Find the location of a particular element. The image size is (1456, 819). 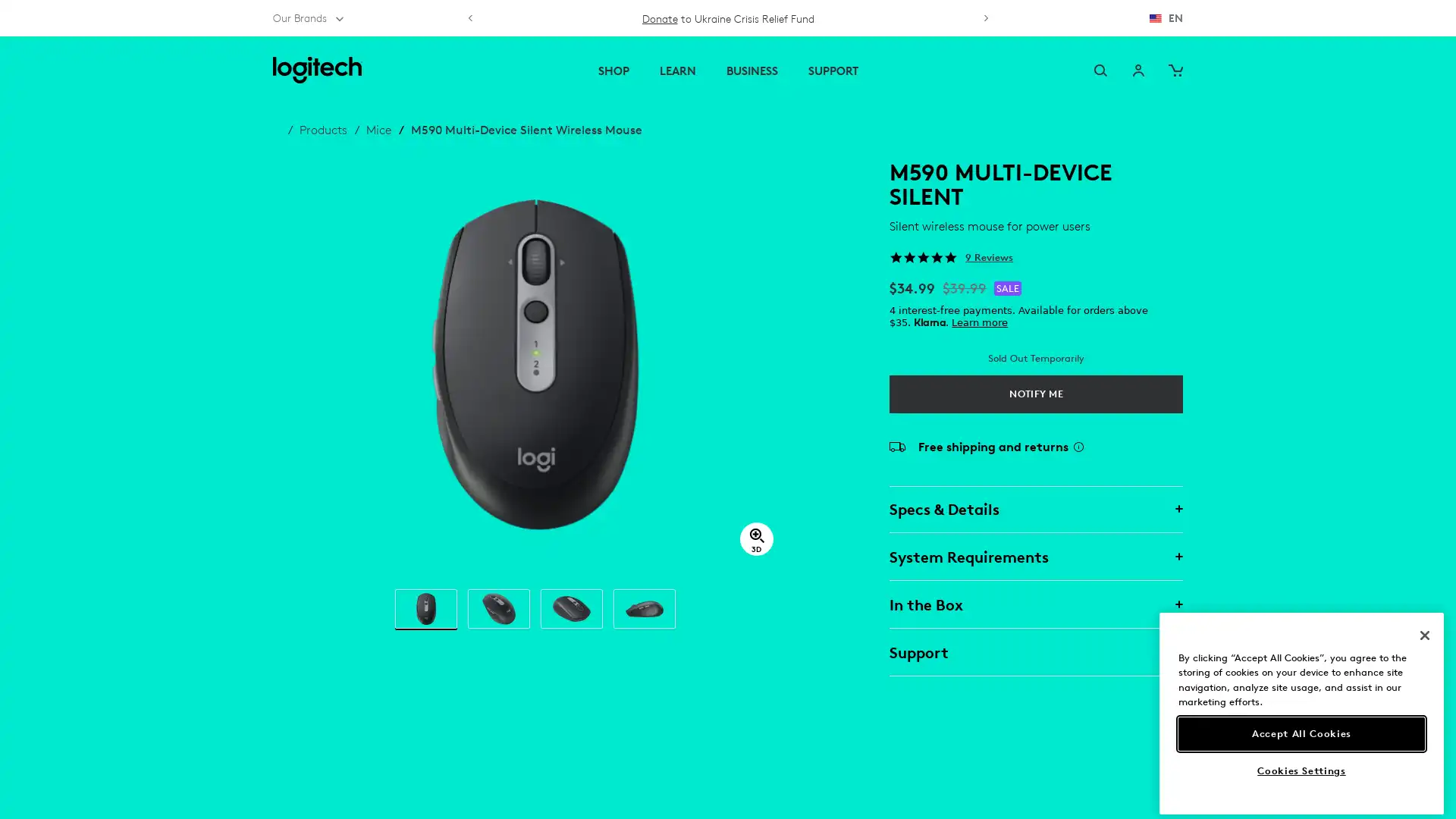

System Requirements is located at coordinates (1035, 557).